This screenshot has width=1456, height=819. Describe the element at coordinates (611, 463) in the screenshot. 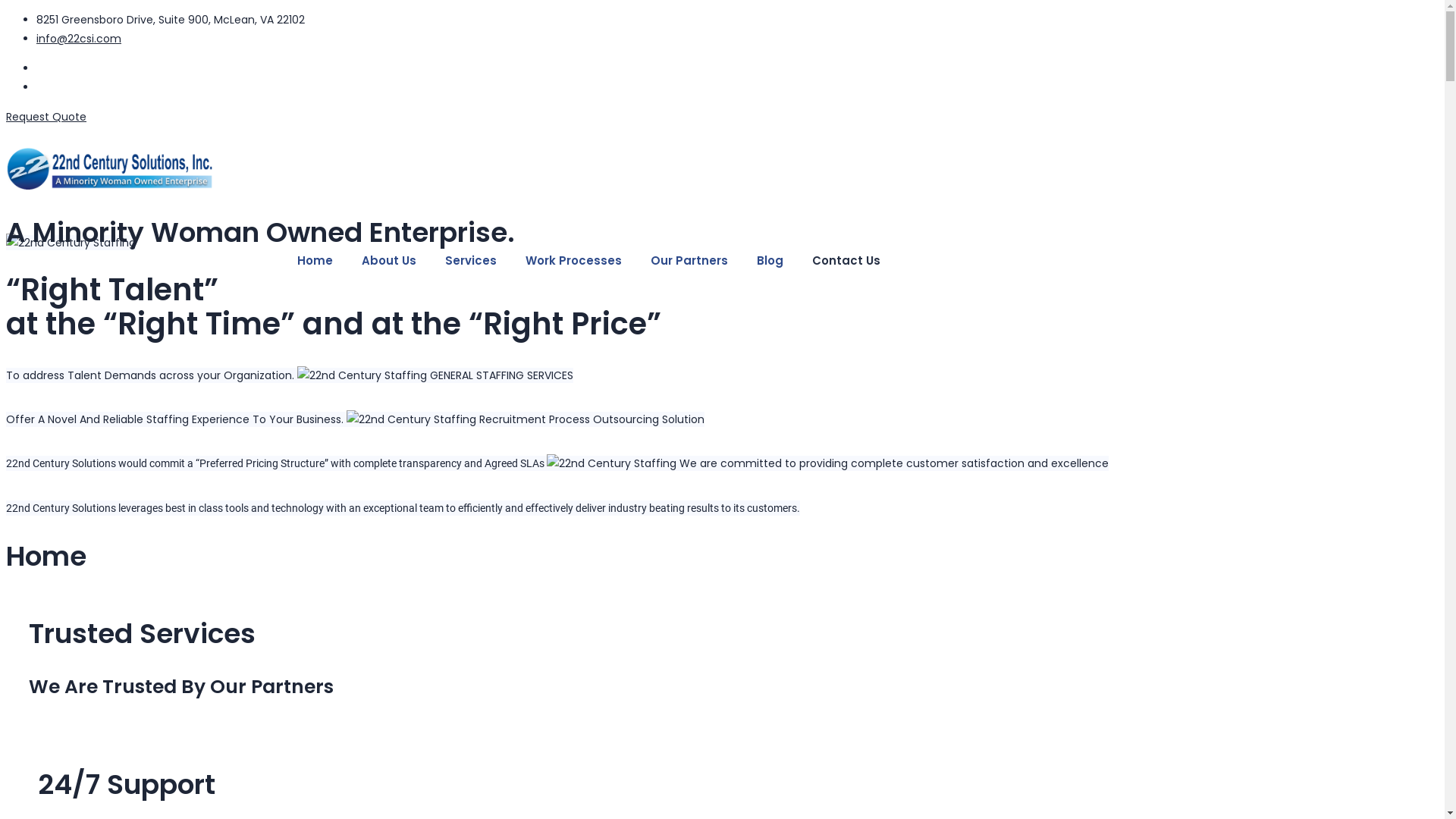

I see `'22nd Century Staffing'` at that location.